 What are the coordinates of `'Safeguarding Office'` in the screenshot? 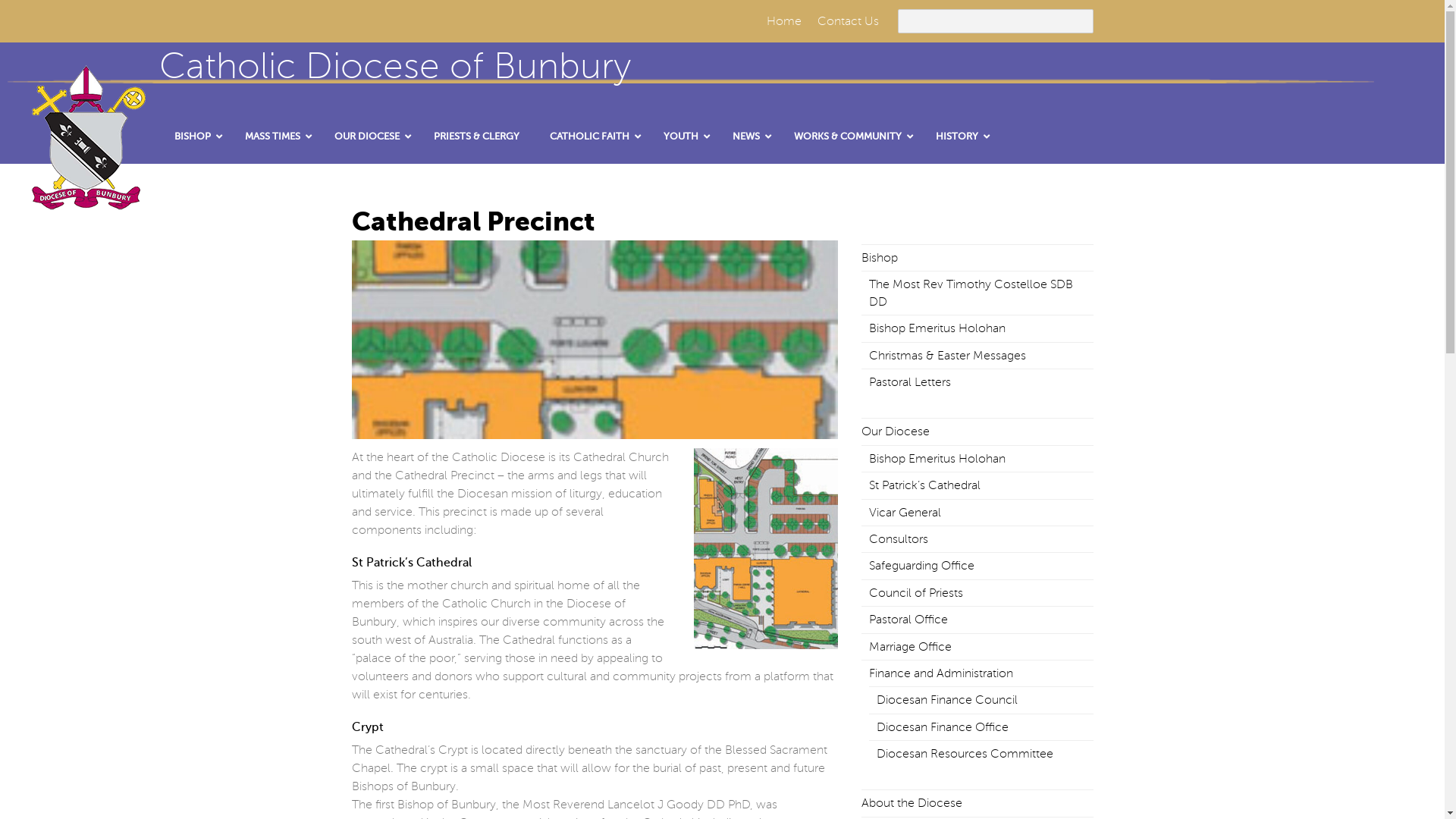 It's located at (921, 565).